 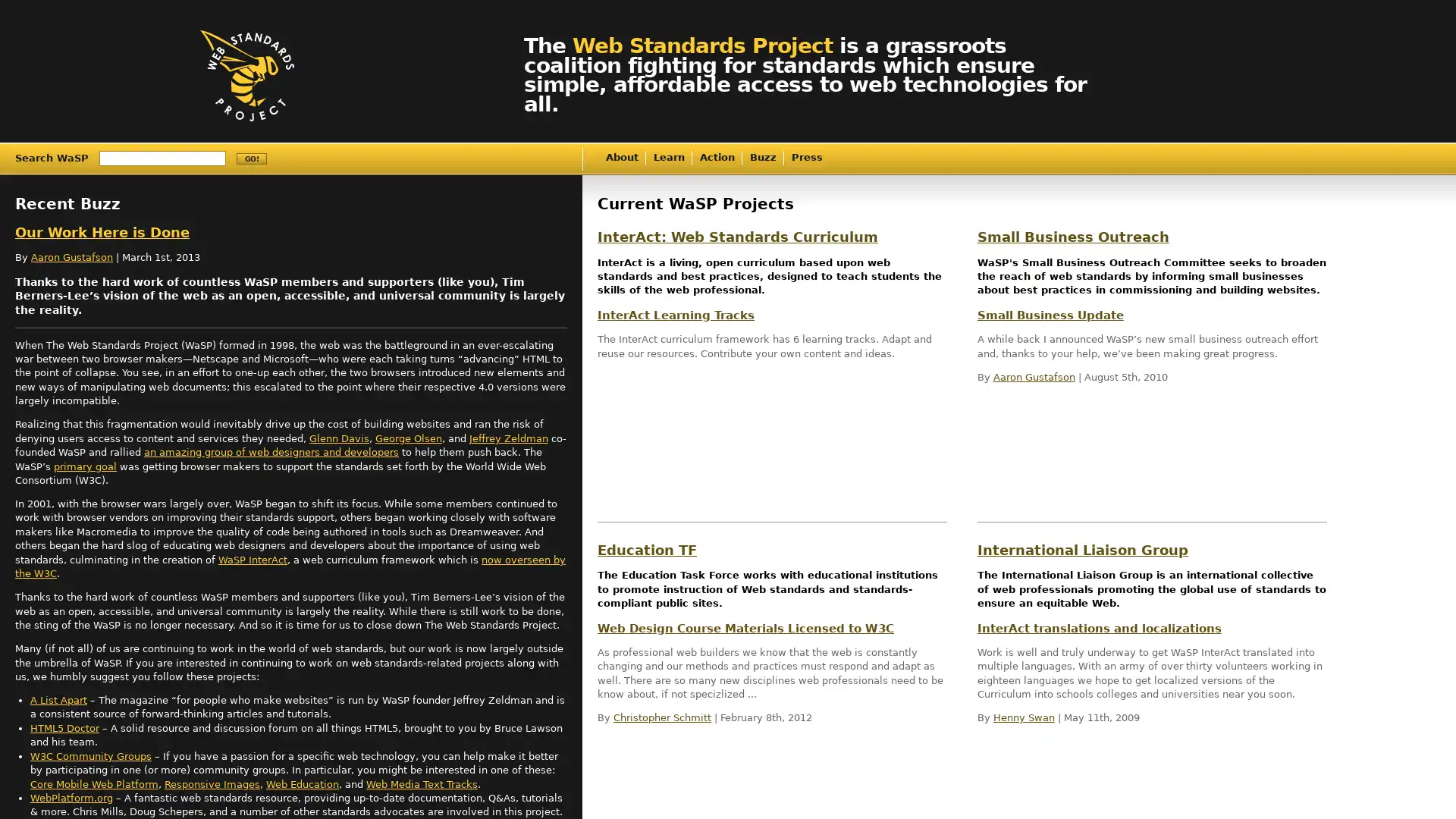 I want to click on Go!, so click(x=251, y=158).